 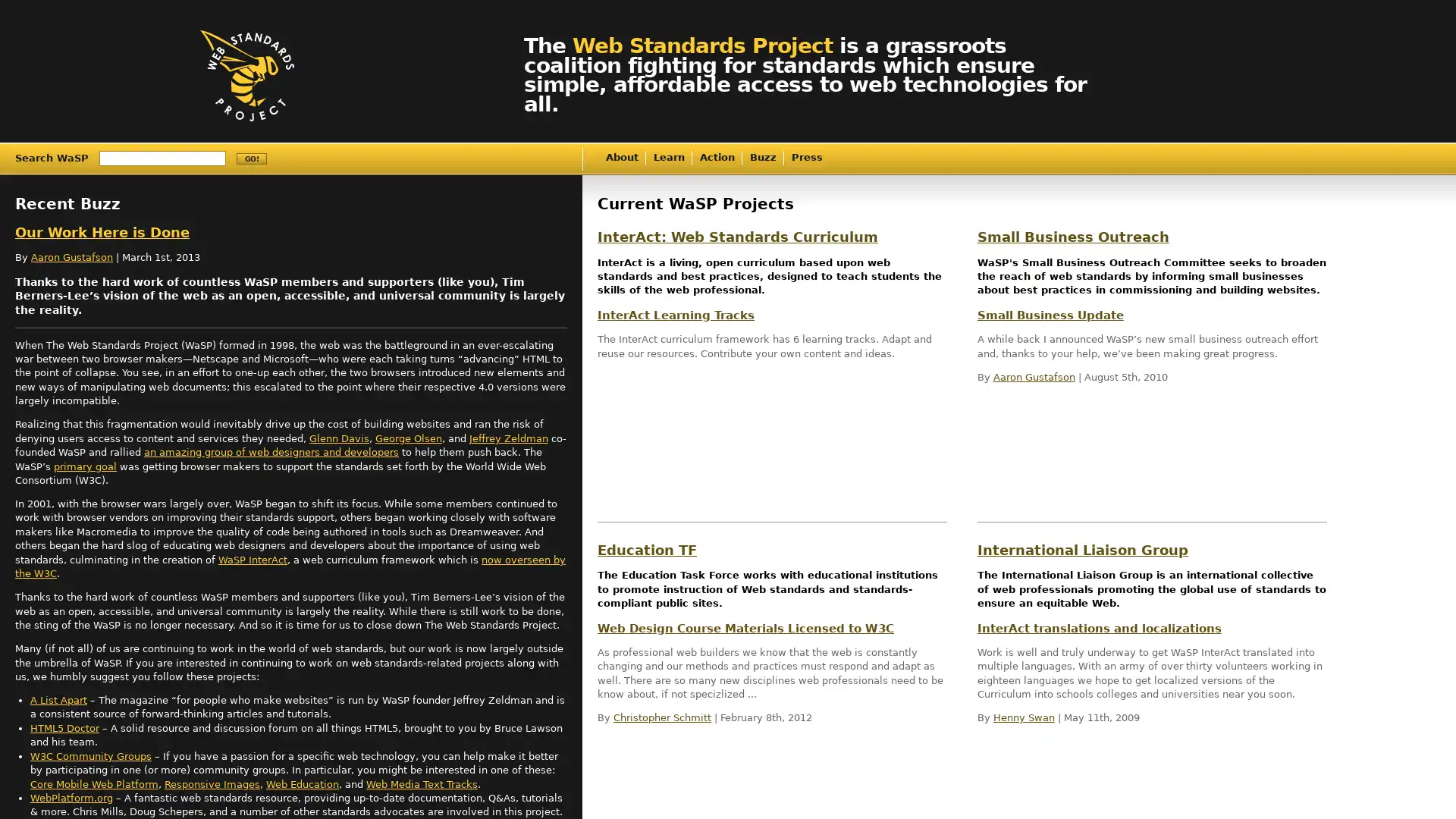 I want to click on Go!, so click(x=251, y=158).